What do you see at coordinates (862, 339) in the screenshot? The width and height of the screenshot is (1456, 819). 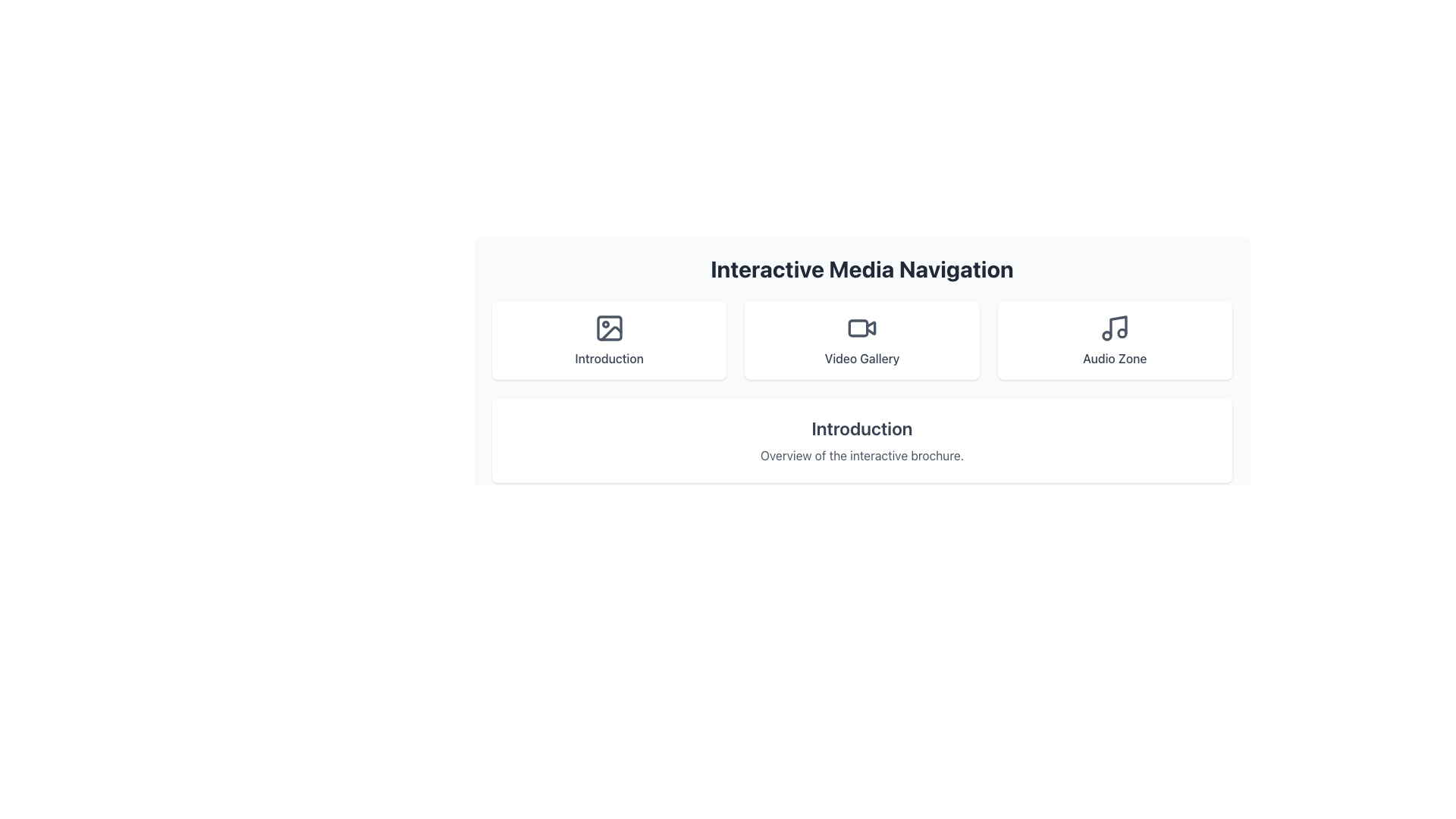 I see `the navigation button located between 'Introduction' and 'Audio Zone'` at bounding box center [862, 339].